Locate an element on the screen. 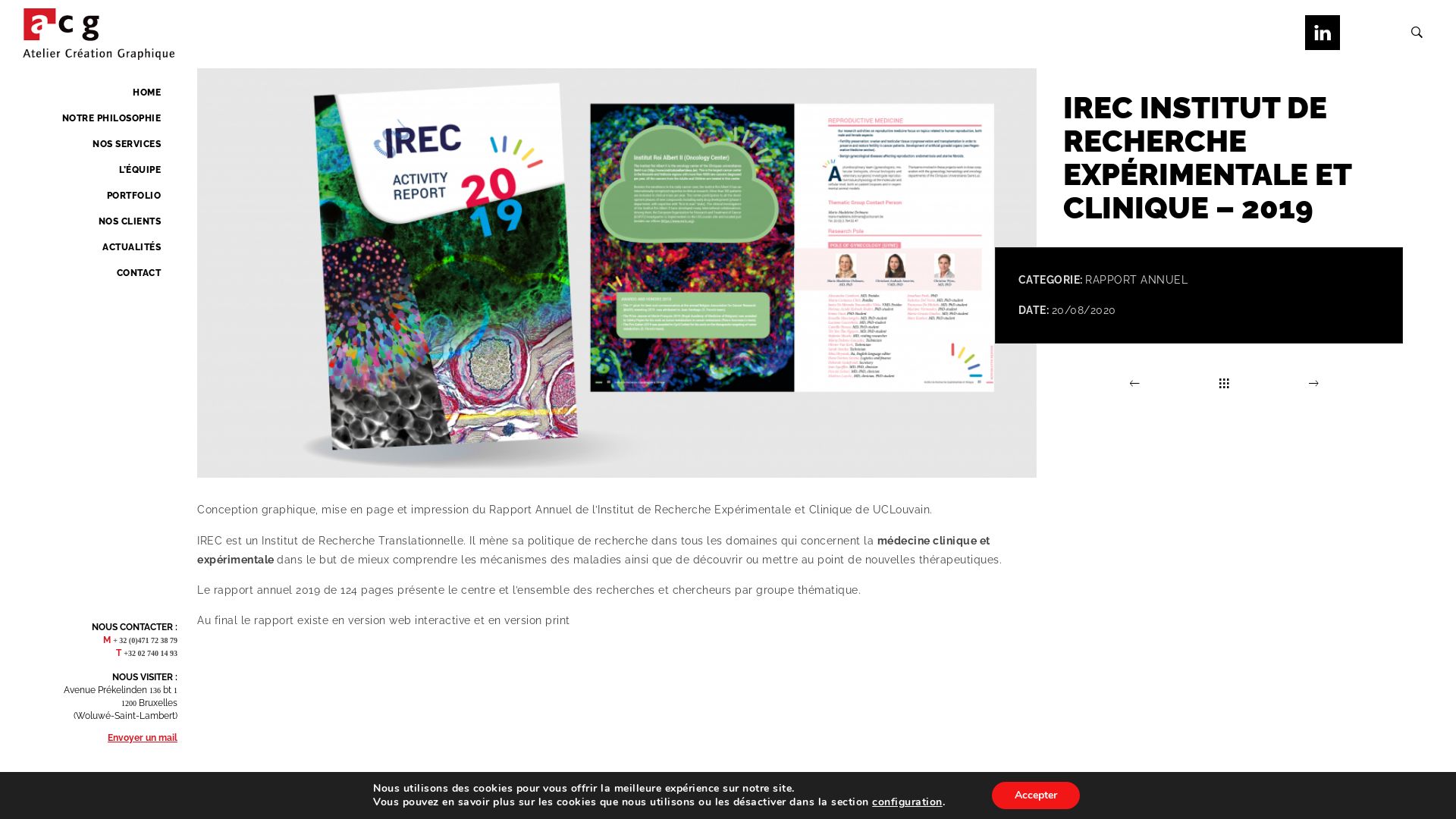  'Envoyer un mail' is located at coordinates (142, 736).